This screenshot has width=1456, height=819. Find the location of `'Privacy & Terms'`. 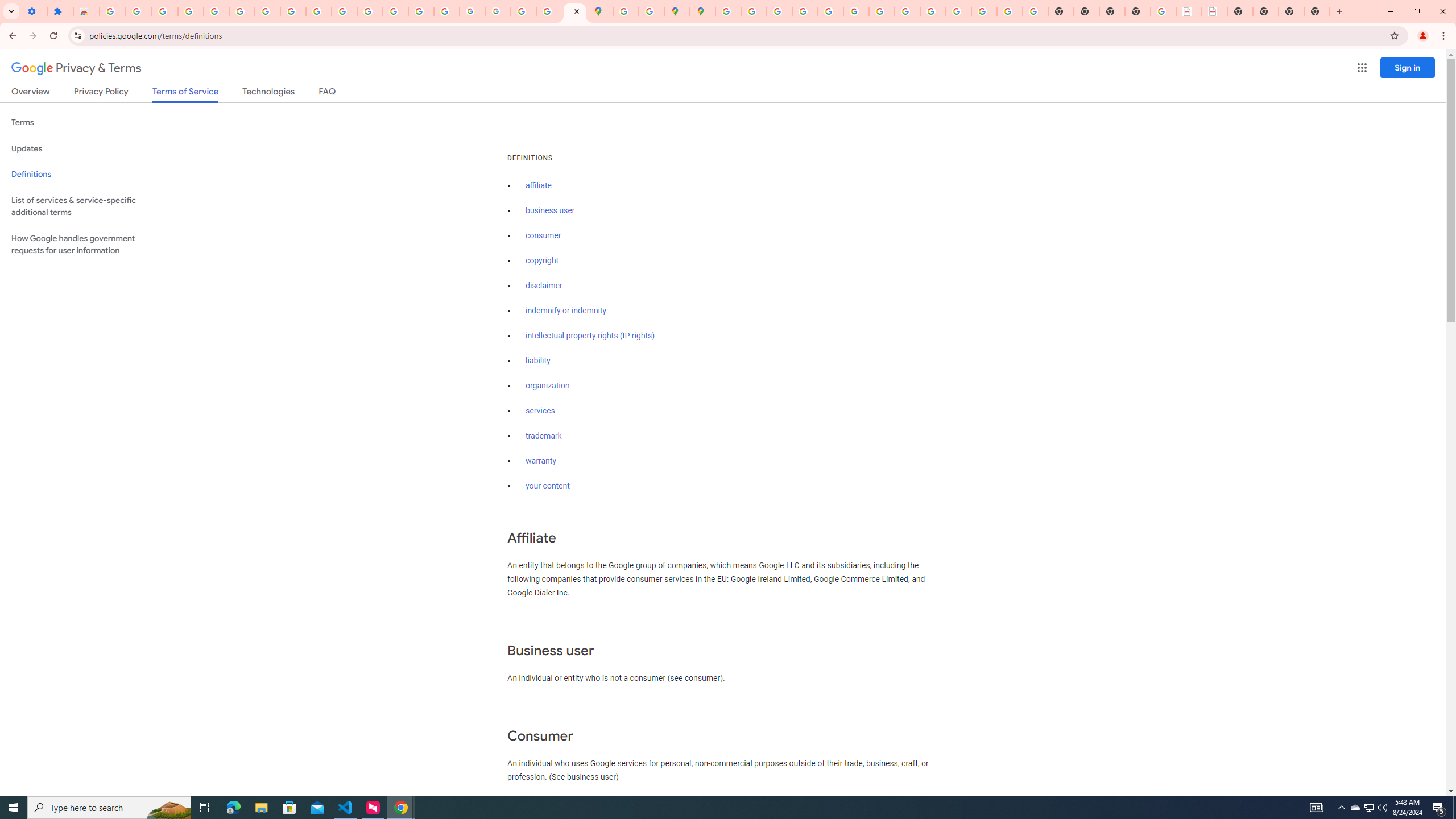

'Privacy & Terms' is located at coordinates (76, 68).